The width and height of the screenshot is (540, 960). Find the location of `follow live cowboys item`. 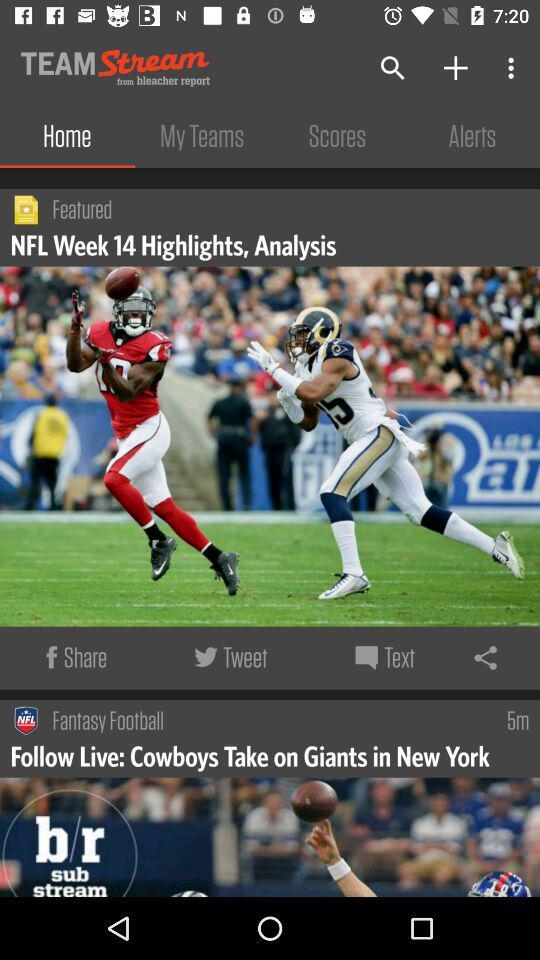

follow live cowboys item is located at coordinates (252, 754).